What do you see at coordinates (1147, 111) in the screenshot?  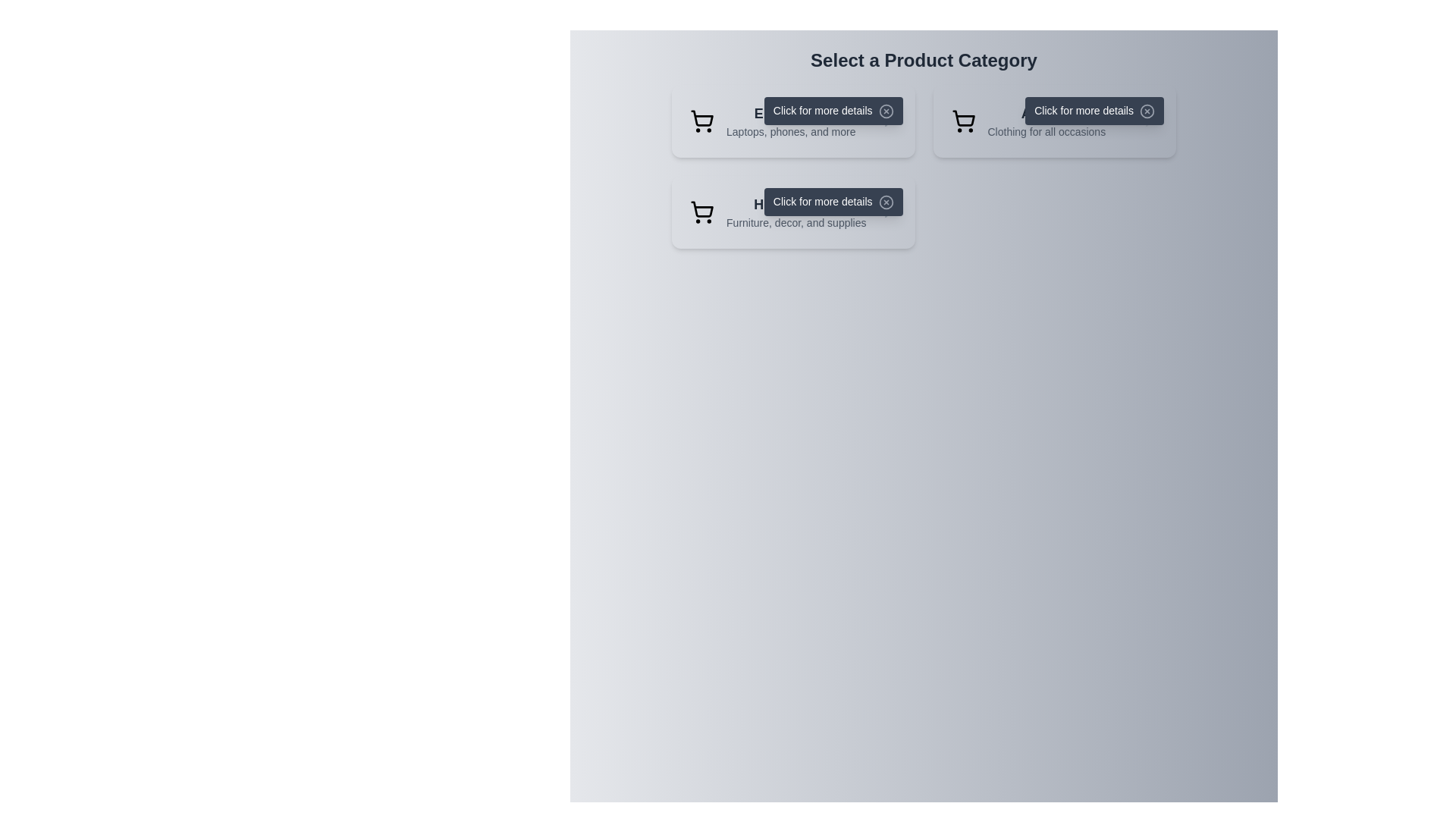 I see `the circular button with an 'X' centered inside it, located at the top-right corner of the card-like layout` at bounding box center [1147, 111].